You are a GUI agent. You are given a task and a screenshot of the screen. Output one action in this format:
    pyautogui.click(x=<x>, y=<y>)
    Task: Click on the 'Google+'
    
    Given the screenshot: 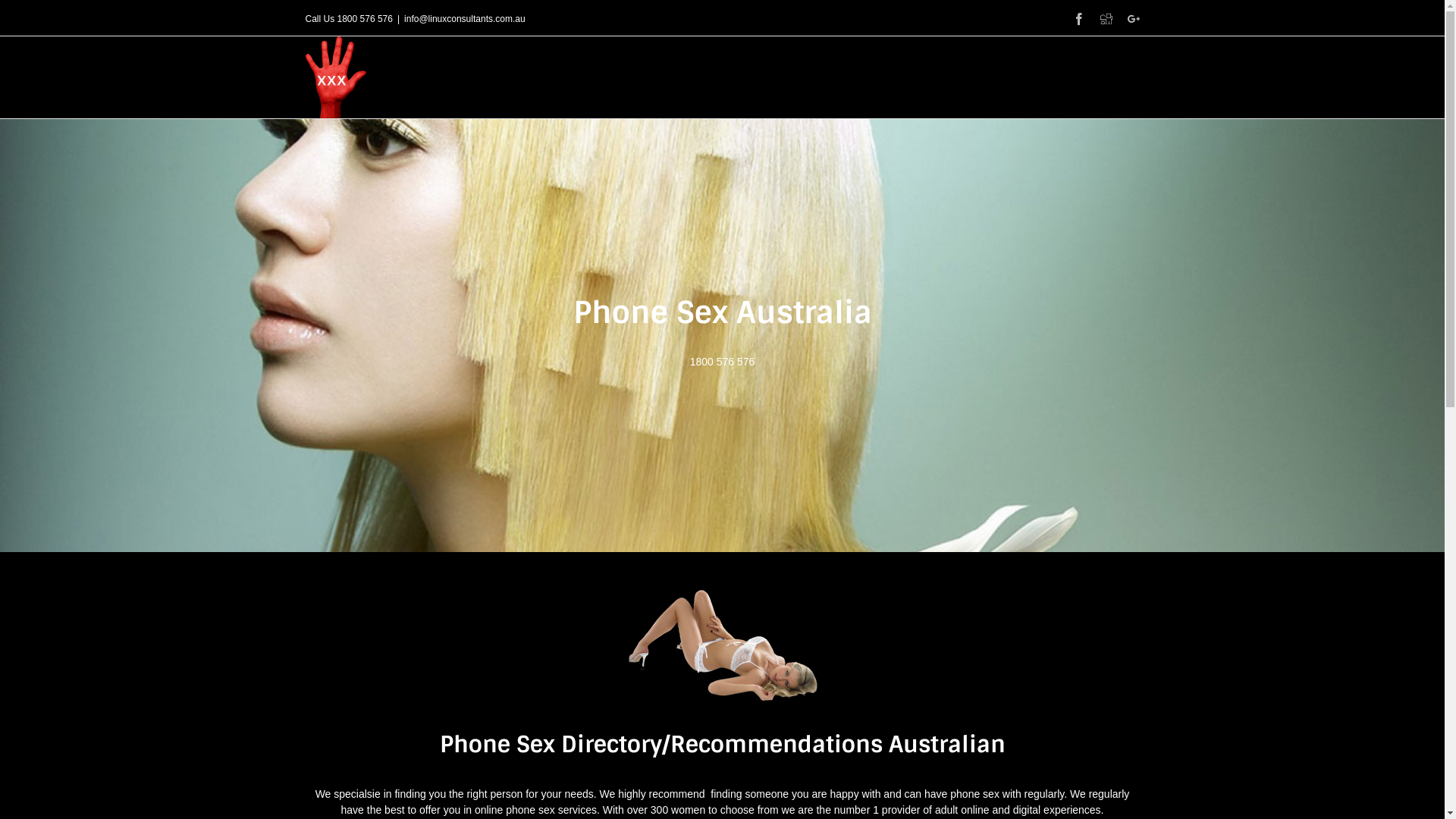 What is the action you would take?
    pyautogui.click(x=1127, y=18)
    